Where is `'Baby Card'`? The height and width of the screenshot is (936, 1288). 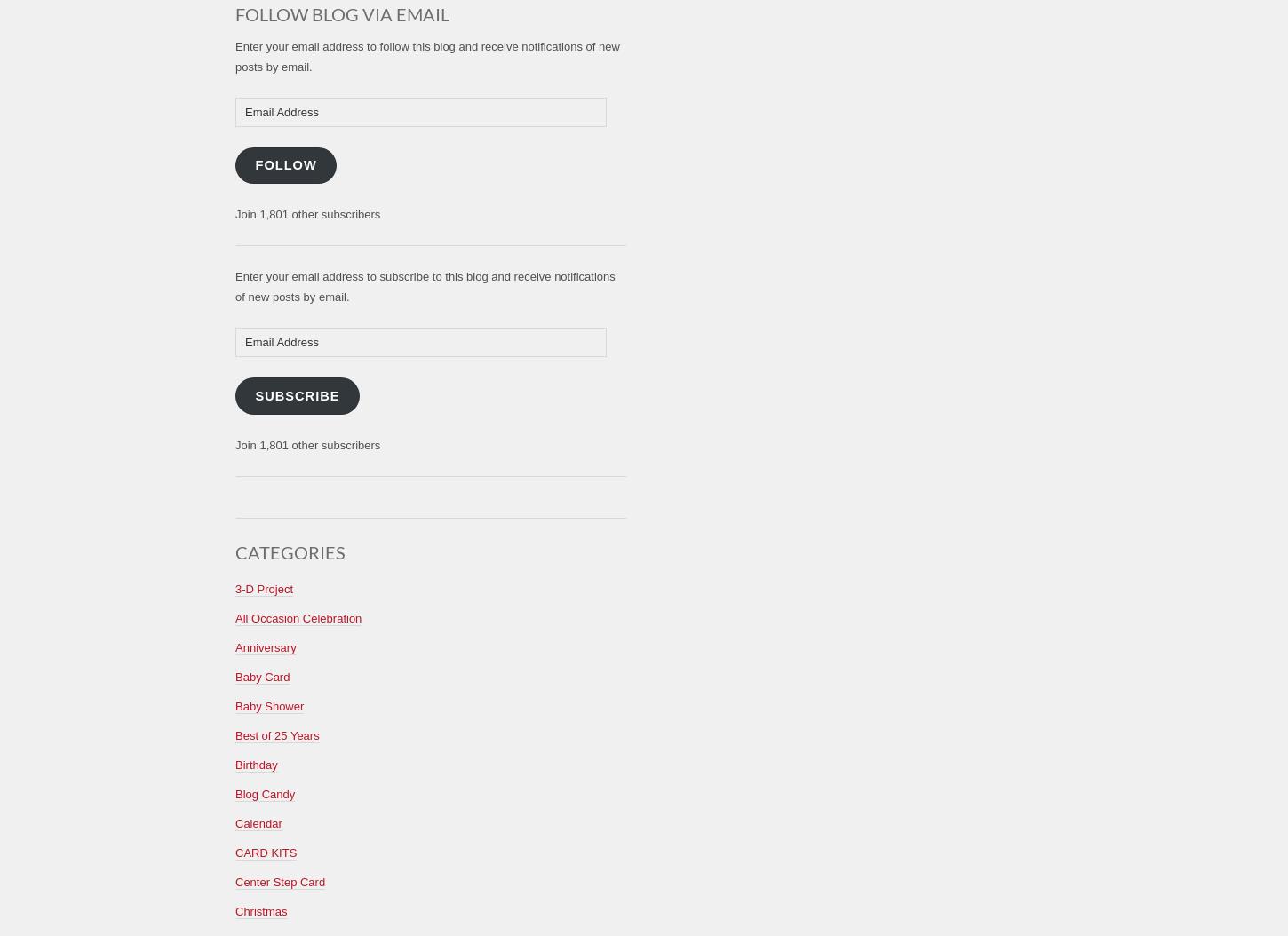 'Baby Card' is located at coordinates (235, 676).